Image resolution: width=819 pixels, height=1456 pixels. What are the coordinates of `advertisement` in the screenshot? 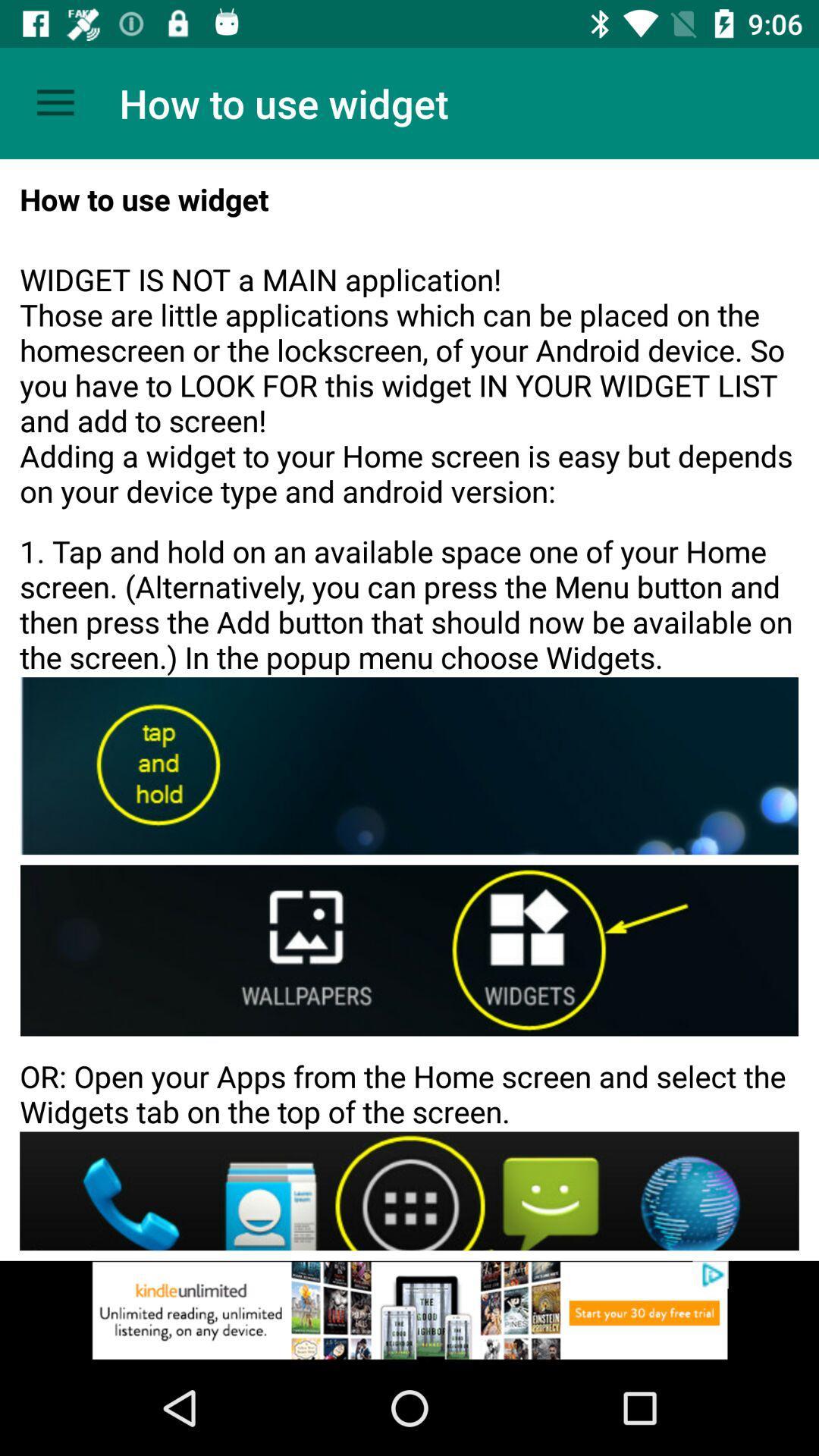 It's located at (409, 1310).